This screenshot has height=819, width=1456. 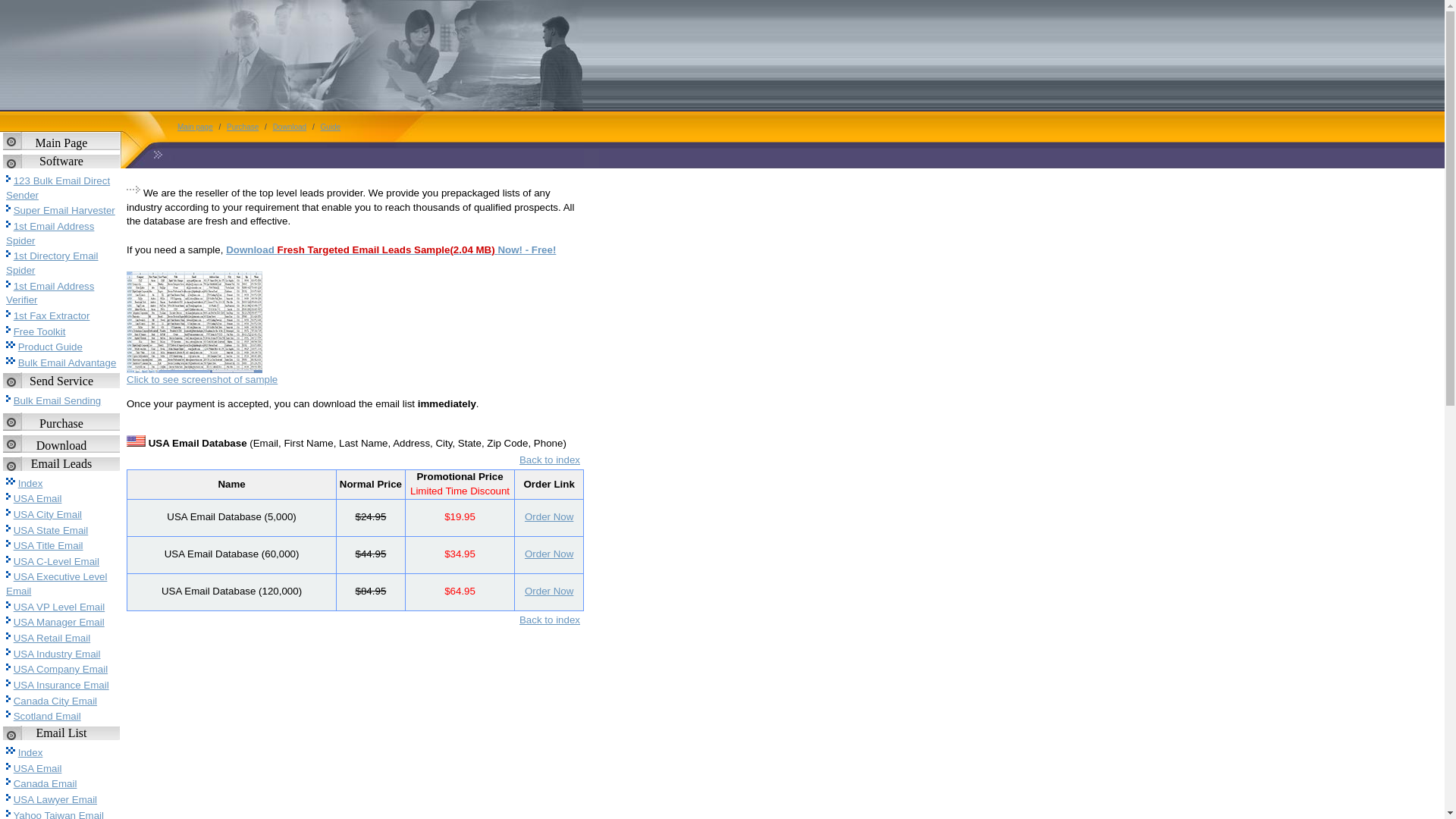 I want to click on 'USA Company Email', so click(x=61, y=668).